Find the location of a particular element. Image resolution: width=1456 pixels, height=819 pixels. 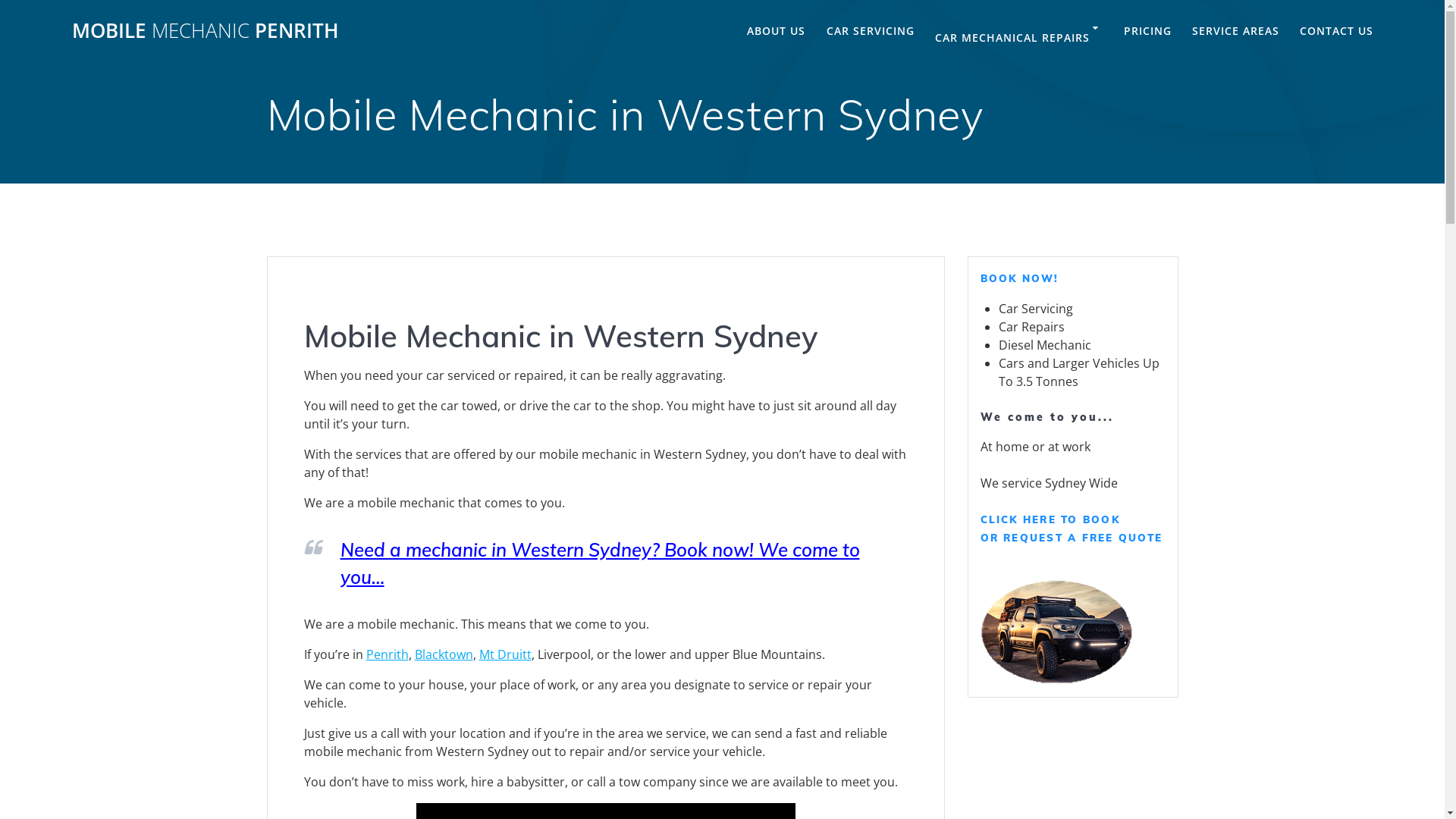

'Blacktown' is located at coordinates (442, 654).